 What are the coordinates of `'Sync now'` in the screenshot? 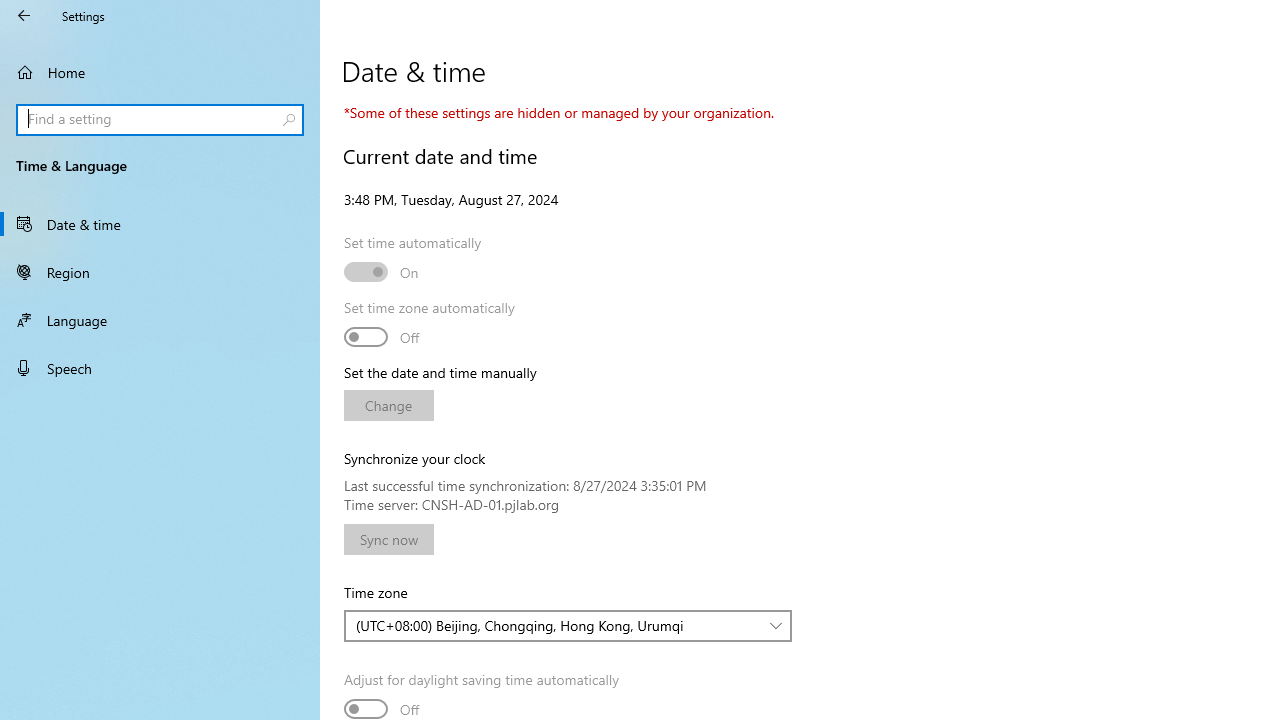 It's located at (389, 538).